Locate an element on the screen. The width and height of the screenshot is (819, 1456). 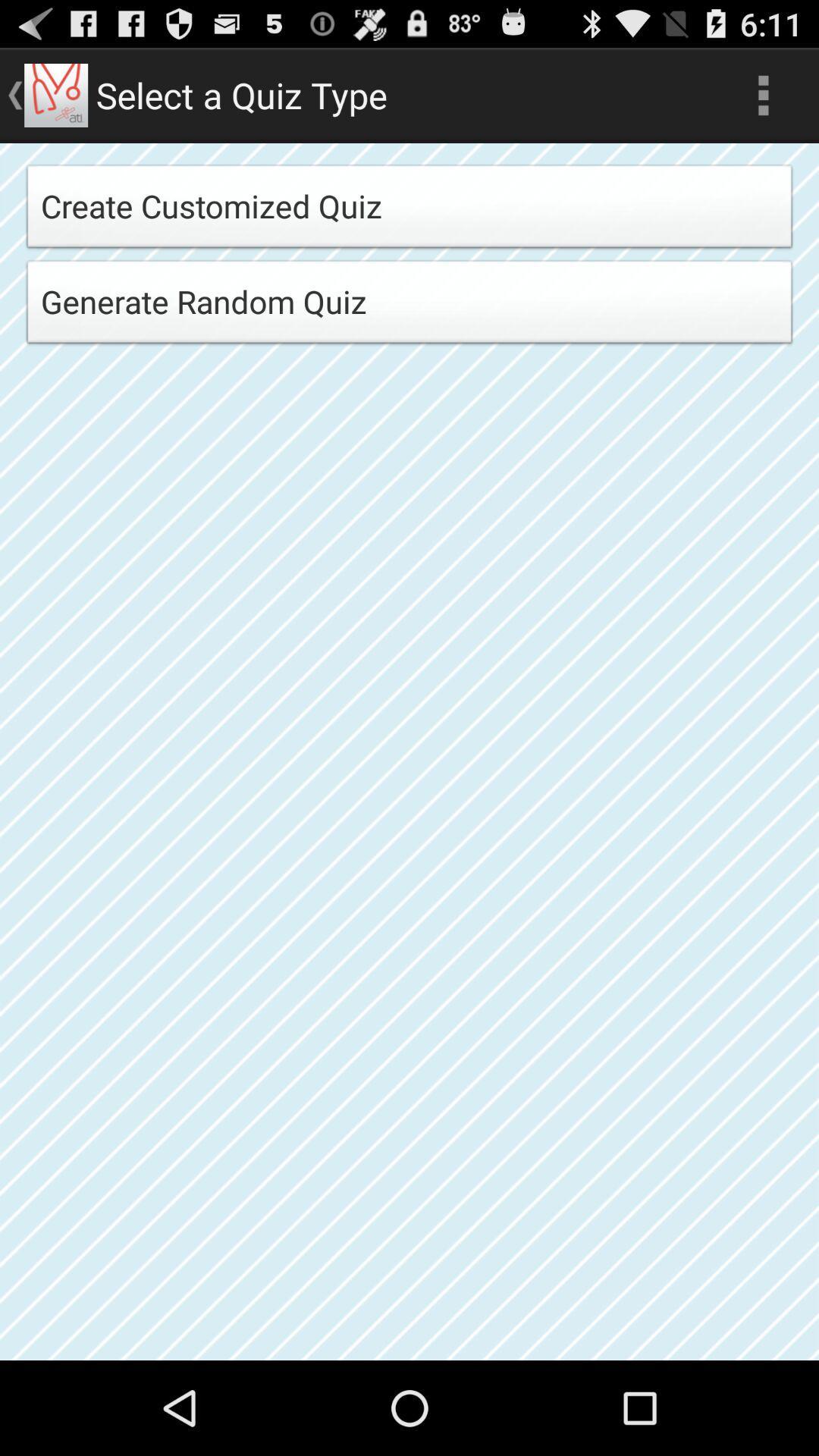
the app next to select a quiz app is located at coordinates (763, 94).